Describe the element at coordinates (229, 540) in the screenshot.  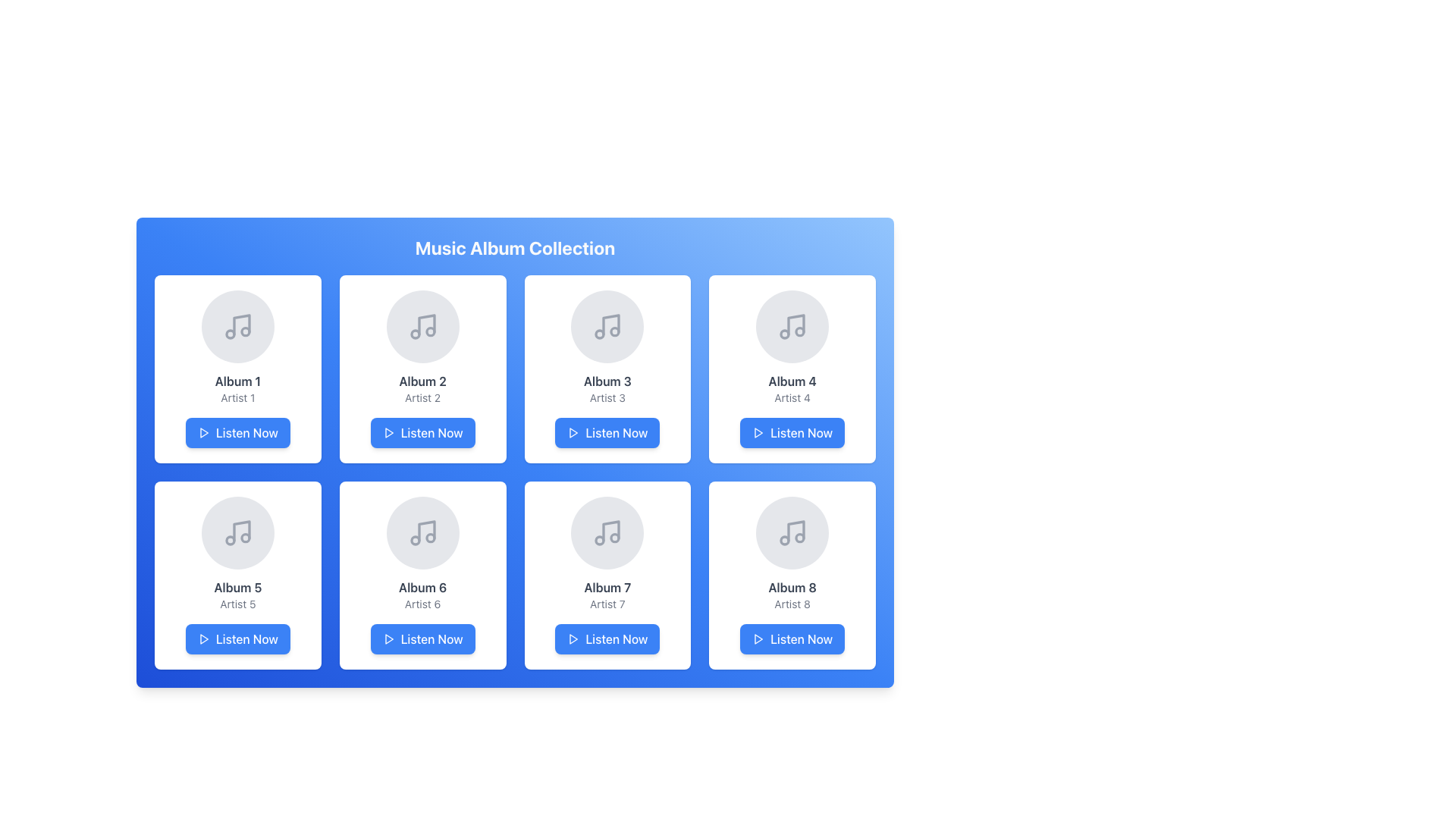
I see `the second circular component of the music icon, which is a minimalistic circular shape representing a music note` at that location.